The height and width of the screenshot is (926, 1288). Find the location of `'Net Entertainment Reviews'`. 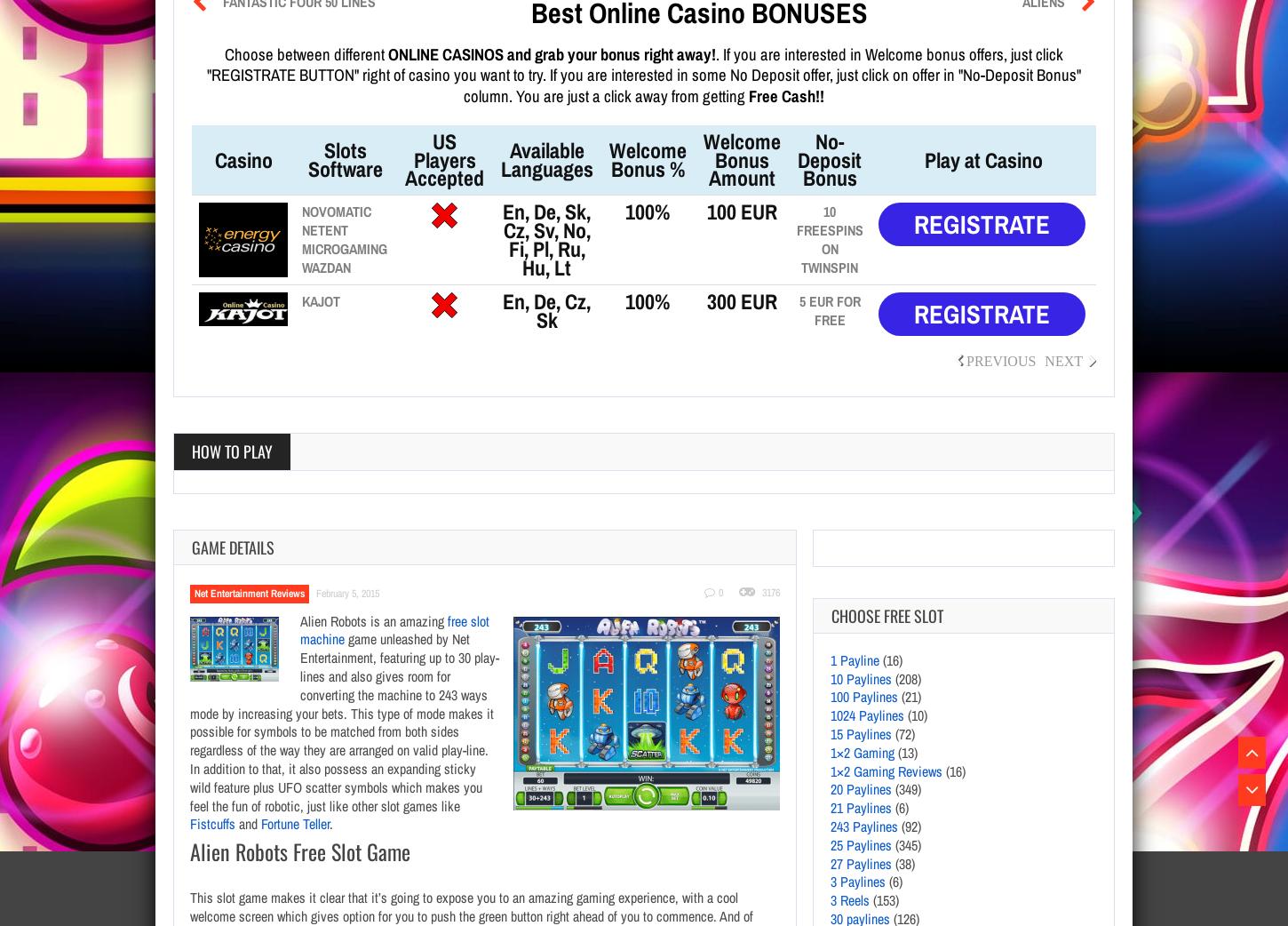

'Net Entertainment Reviews' is located at coordinates (250, 592).